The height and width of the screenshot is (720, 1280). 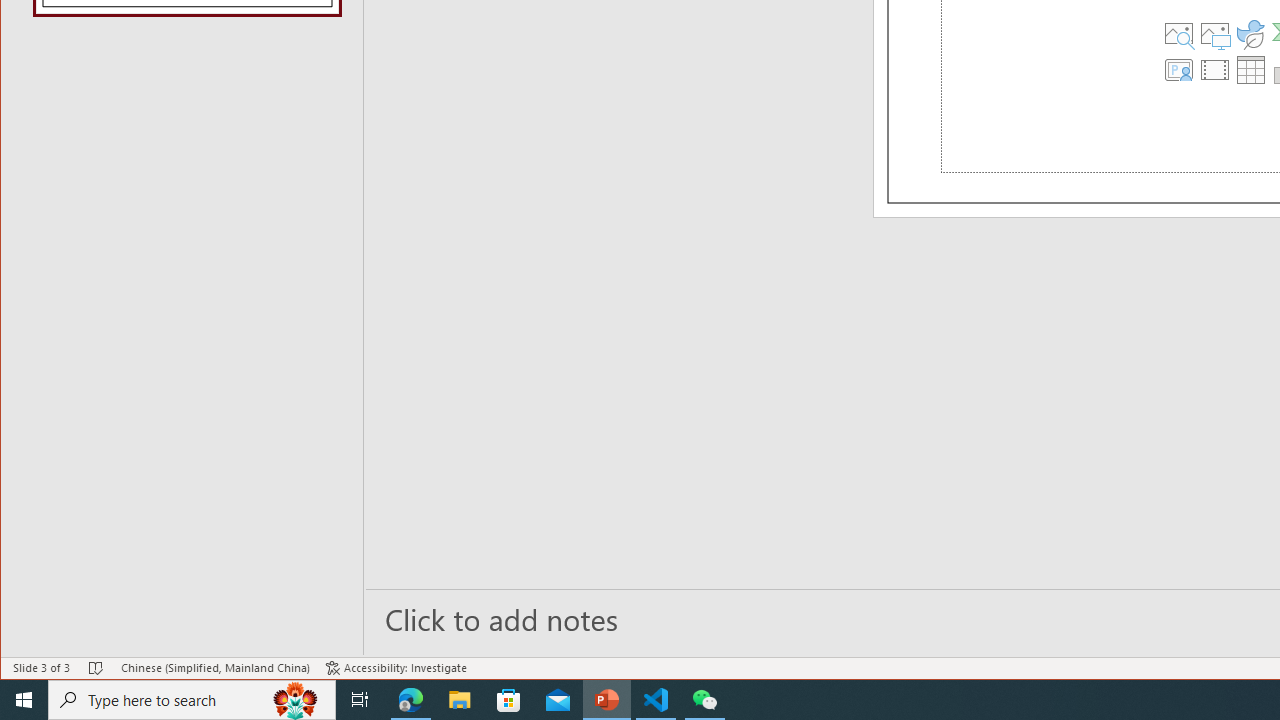 What do you see at coordinates (1179, 33) in the screenshot?
I see `'Stock Images'` at bounding box center [1179, 33].